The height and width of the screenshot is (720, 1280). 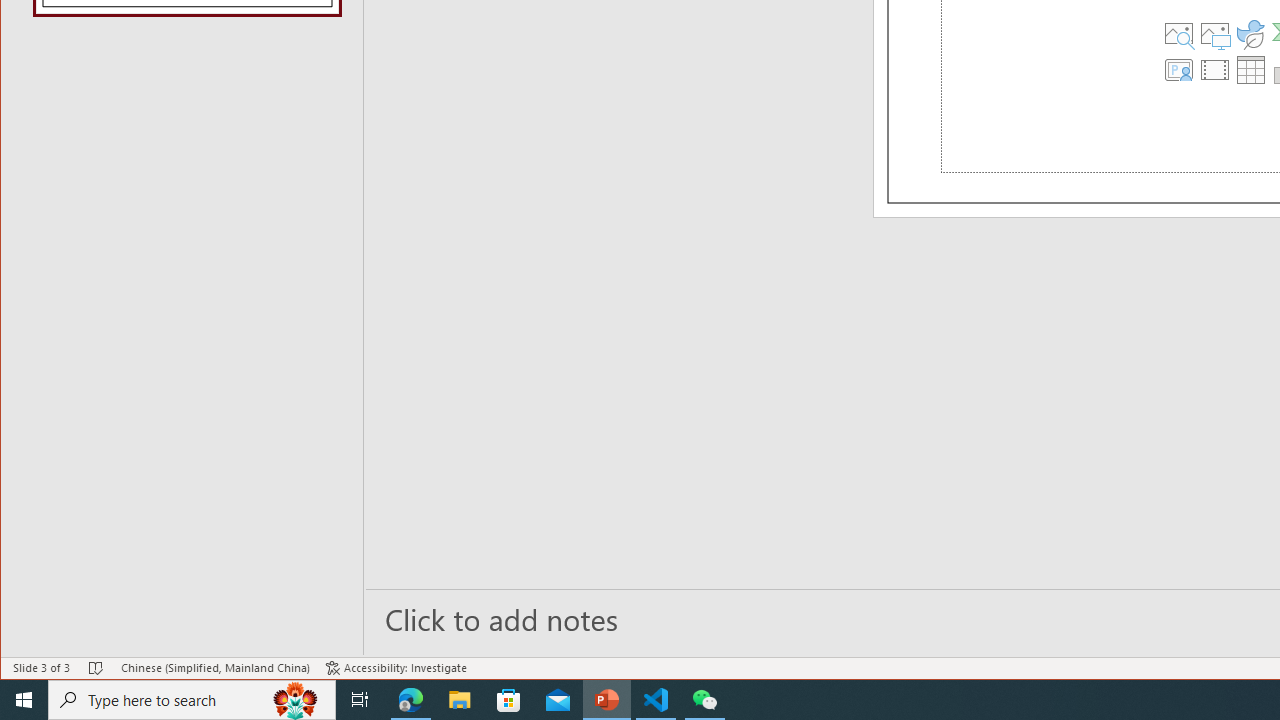 What do you see at coordinates (1179, 33) in the screenshot?
I see `'Stock Images'` at bounding box center [1179, 33].